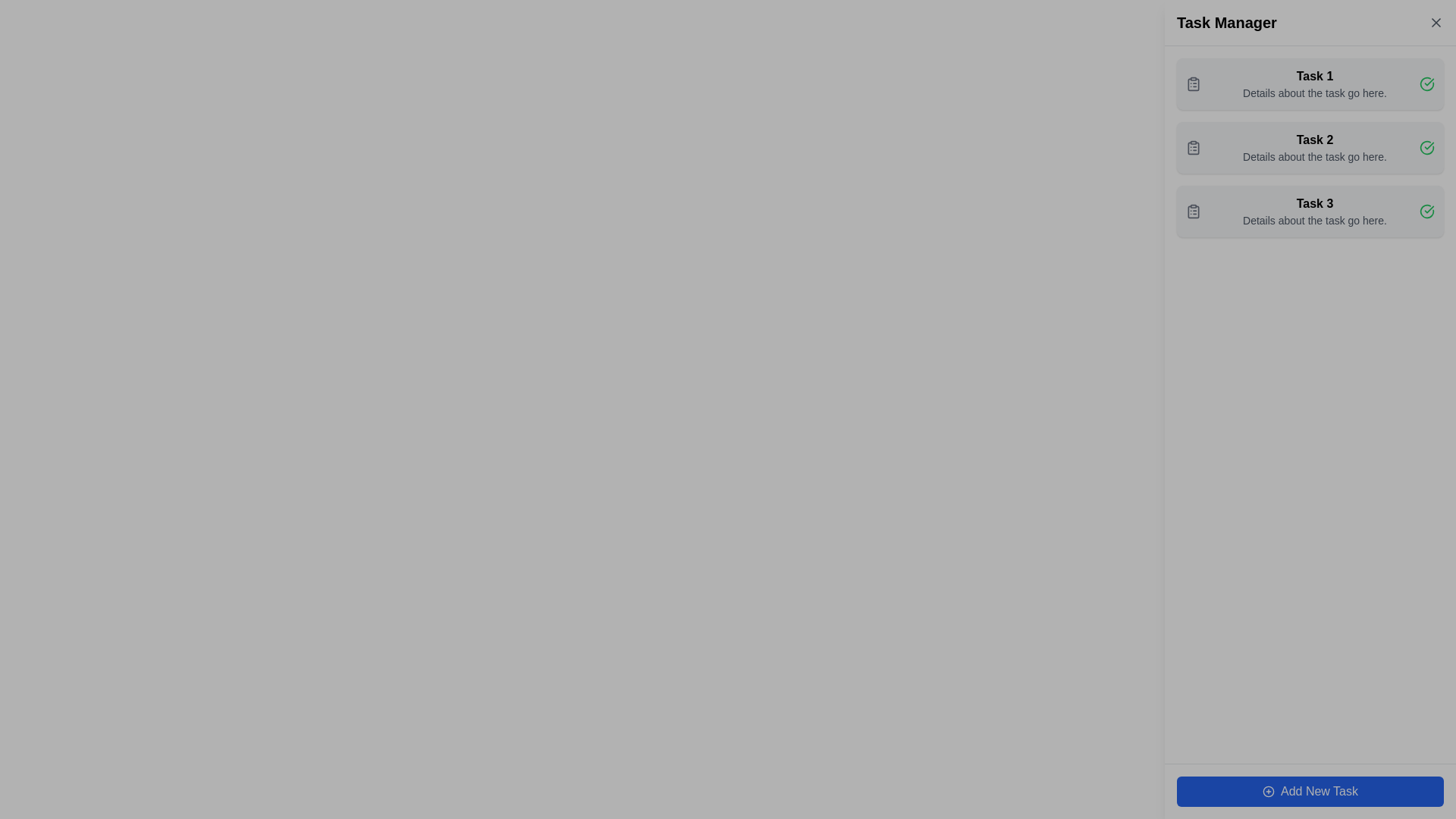 This screenshot has width=1456, height=819. Describe the element at coordinates (1426, 211) in the screenshot. I see `the green circular icon with a checkmark located on the far right side of the 'Task 3' row` at that location.